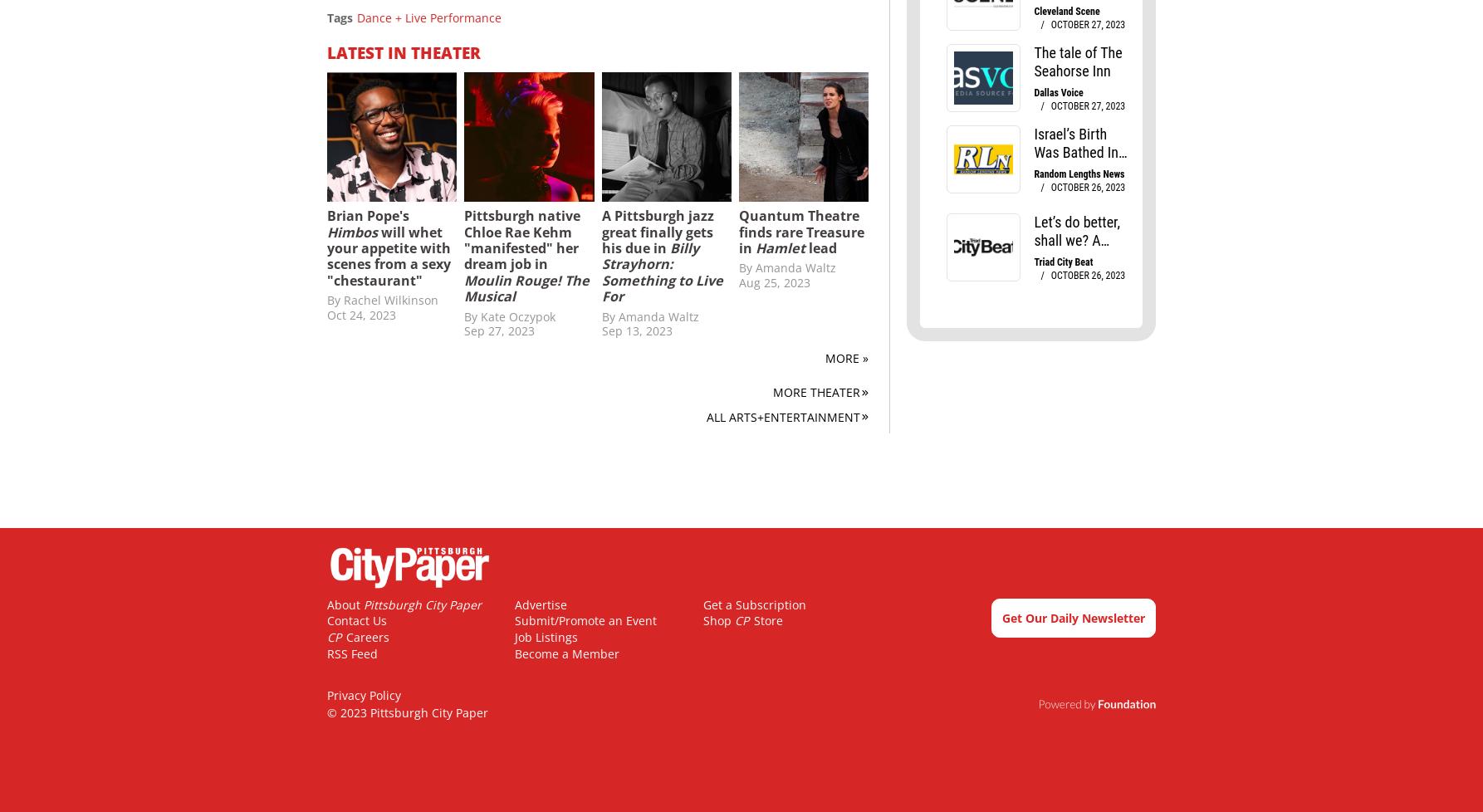  Describe the element at coordinates (704, 416) in the screenshot. I see `'All Arts+Entertainment'` at that location.